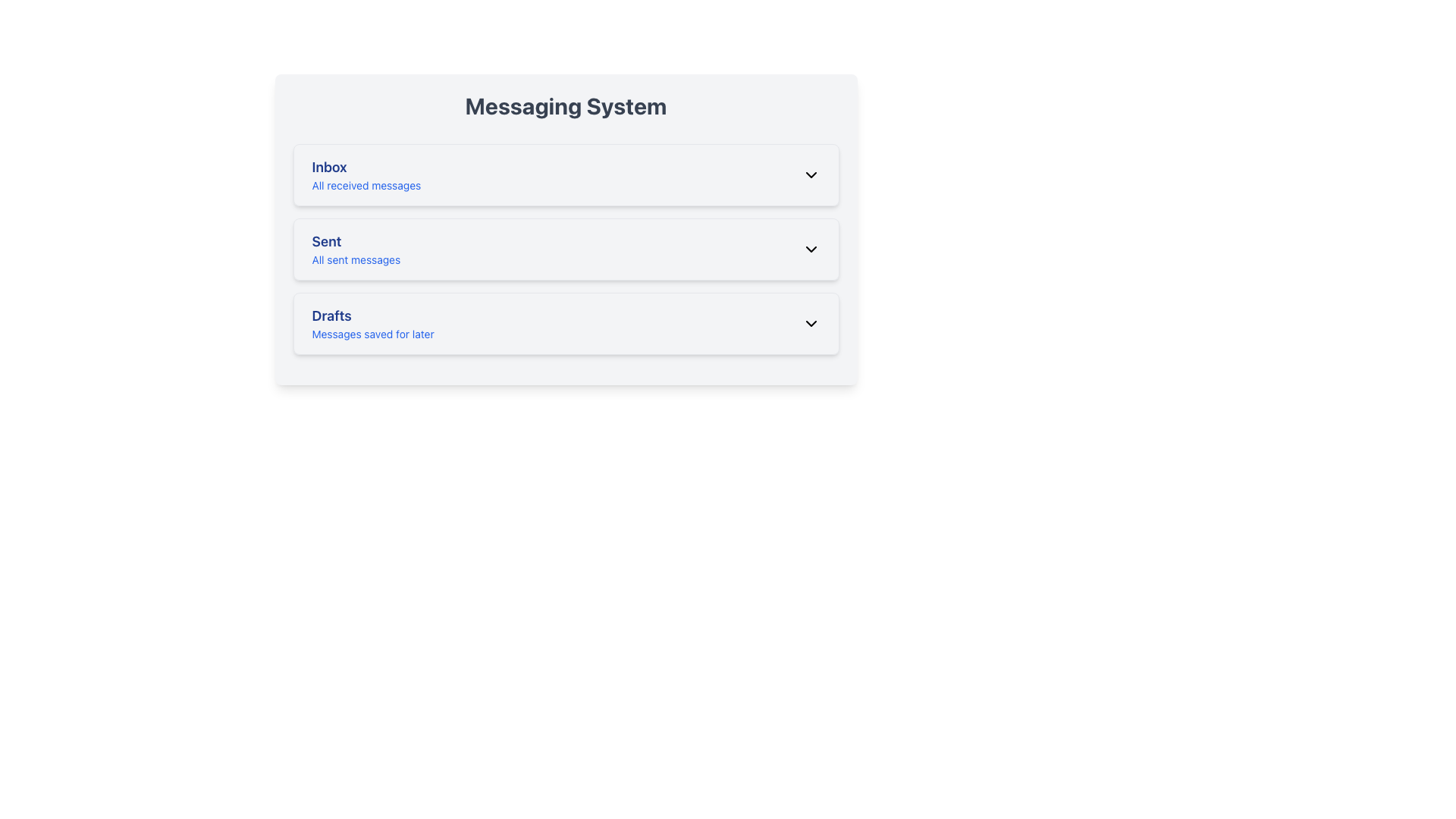 The image size is (1456, 819). I want to click on the text label displaying 'All received messages' which is styled with a smaller font size and blue color, located directly below the 'Inbox' label, so click(366, 185).